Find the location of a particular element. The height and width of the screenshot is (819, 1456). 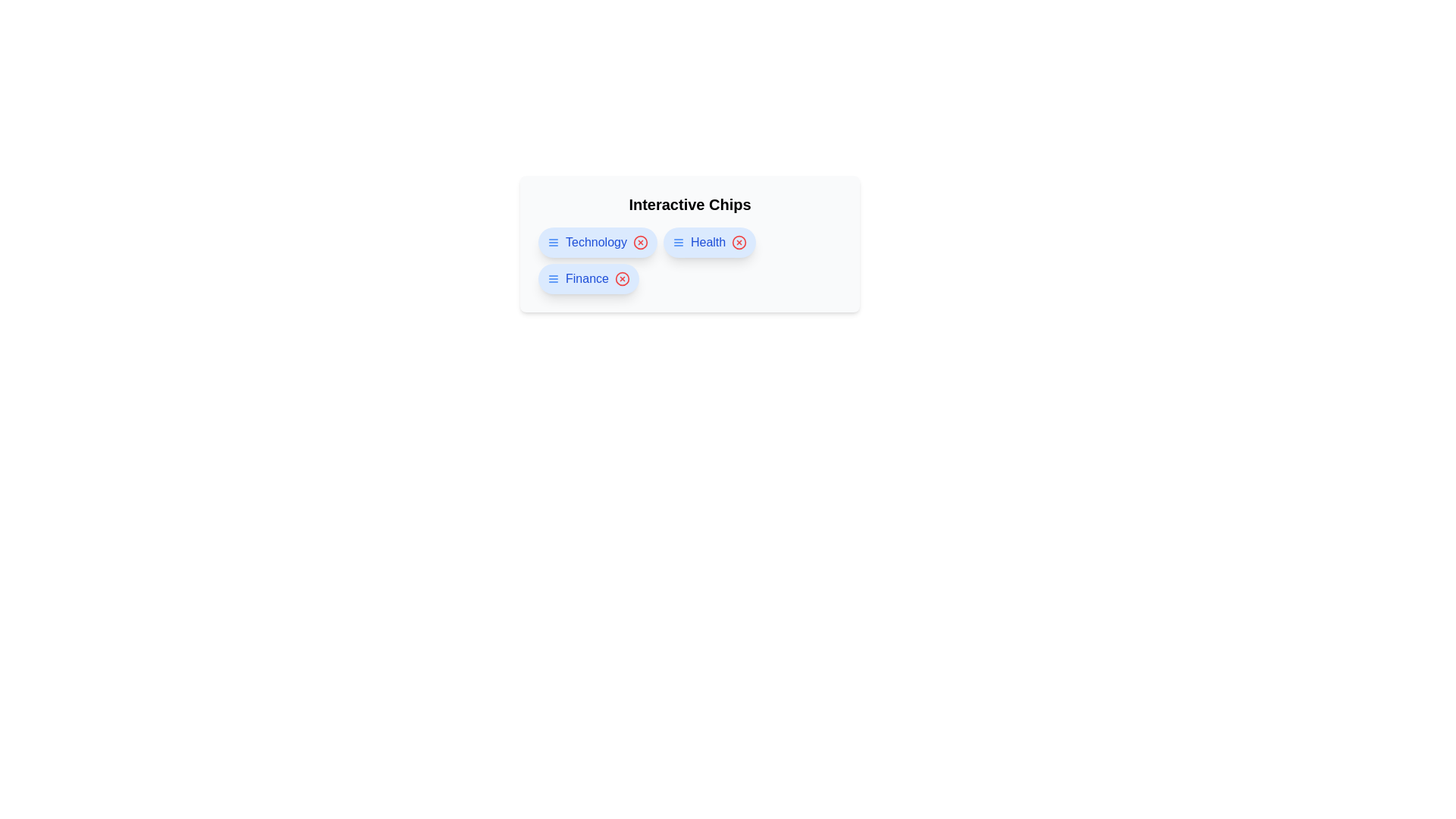

the close button of the chip labeled Finance to remove it is located at coordinates (622, 278).